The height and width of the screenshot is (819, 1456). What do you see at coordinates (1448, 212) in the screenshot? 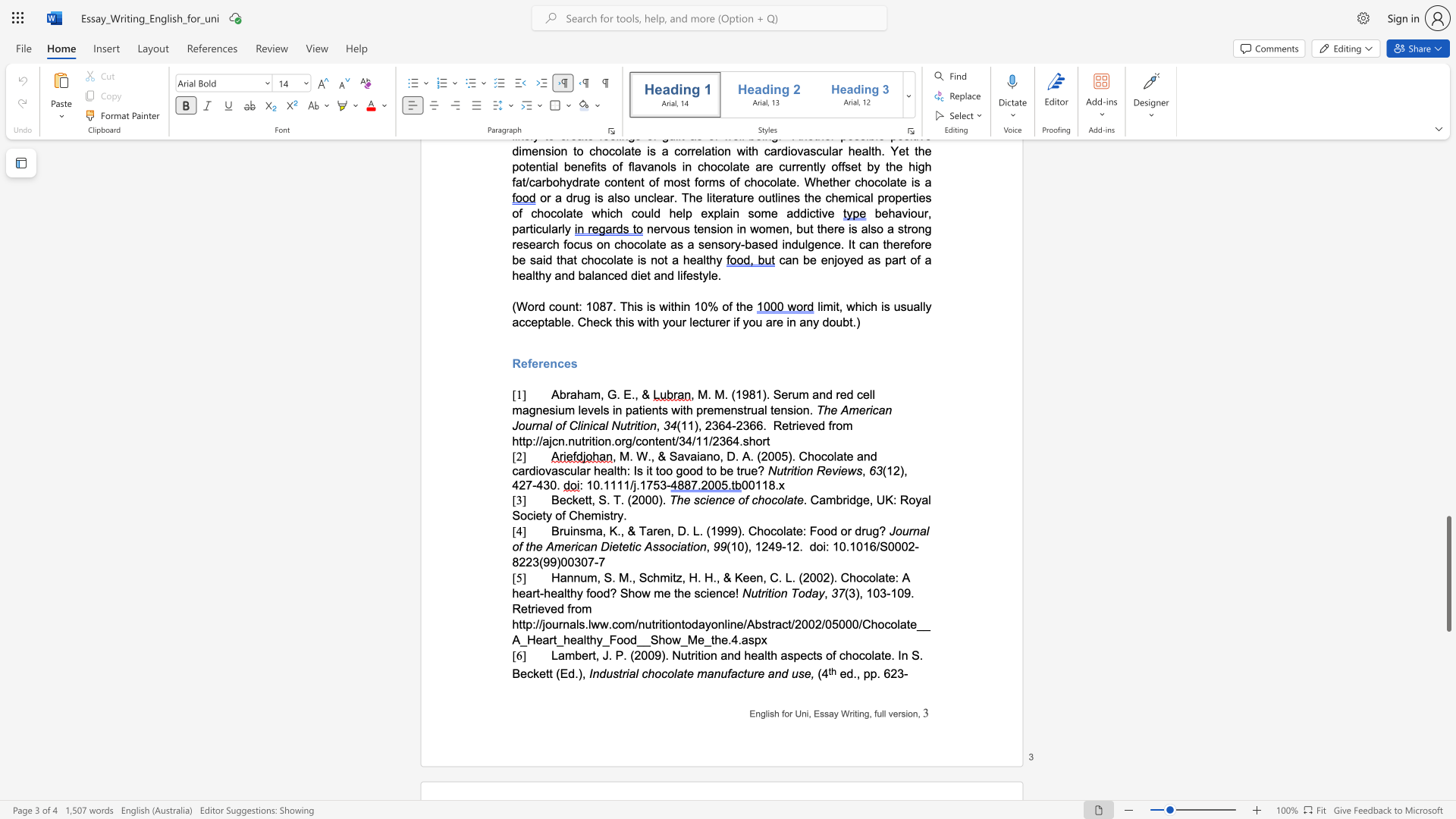
I see `the side scrollbar to bring the page up` at bounding box center [1448, 212].